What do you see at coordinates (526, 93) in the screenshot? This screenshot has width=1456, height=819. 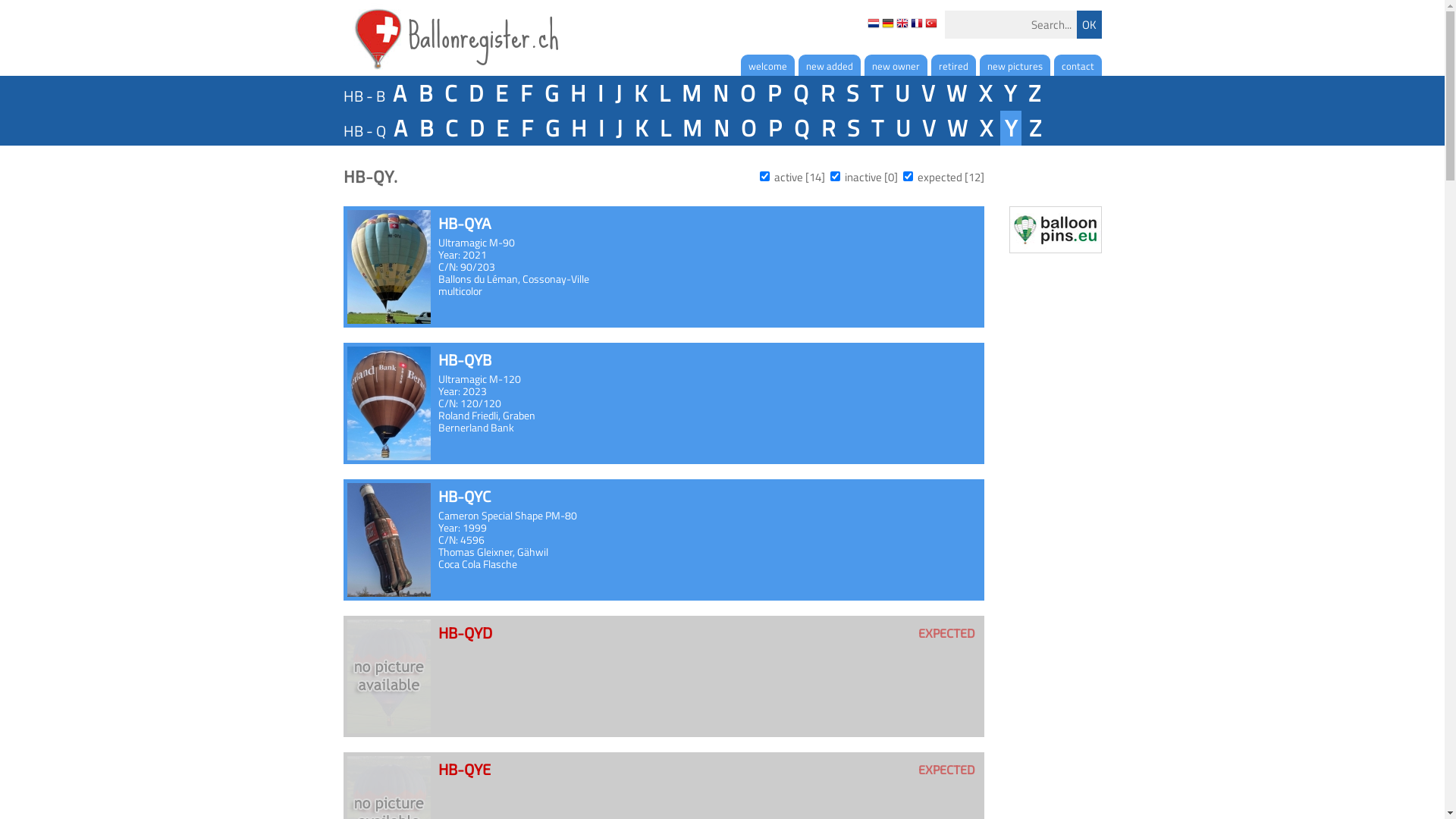 I see `'F'` at bounding box center [526, 93].